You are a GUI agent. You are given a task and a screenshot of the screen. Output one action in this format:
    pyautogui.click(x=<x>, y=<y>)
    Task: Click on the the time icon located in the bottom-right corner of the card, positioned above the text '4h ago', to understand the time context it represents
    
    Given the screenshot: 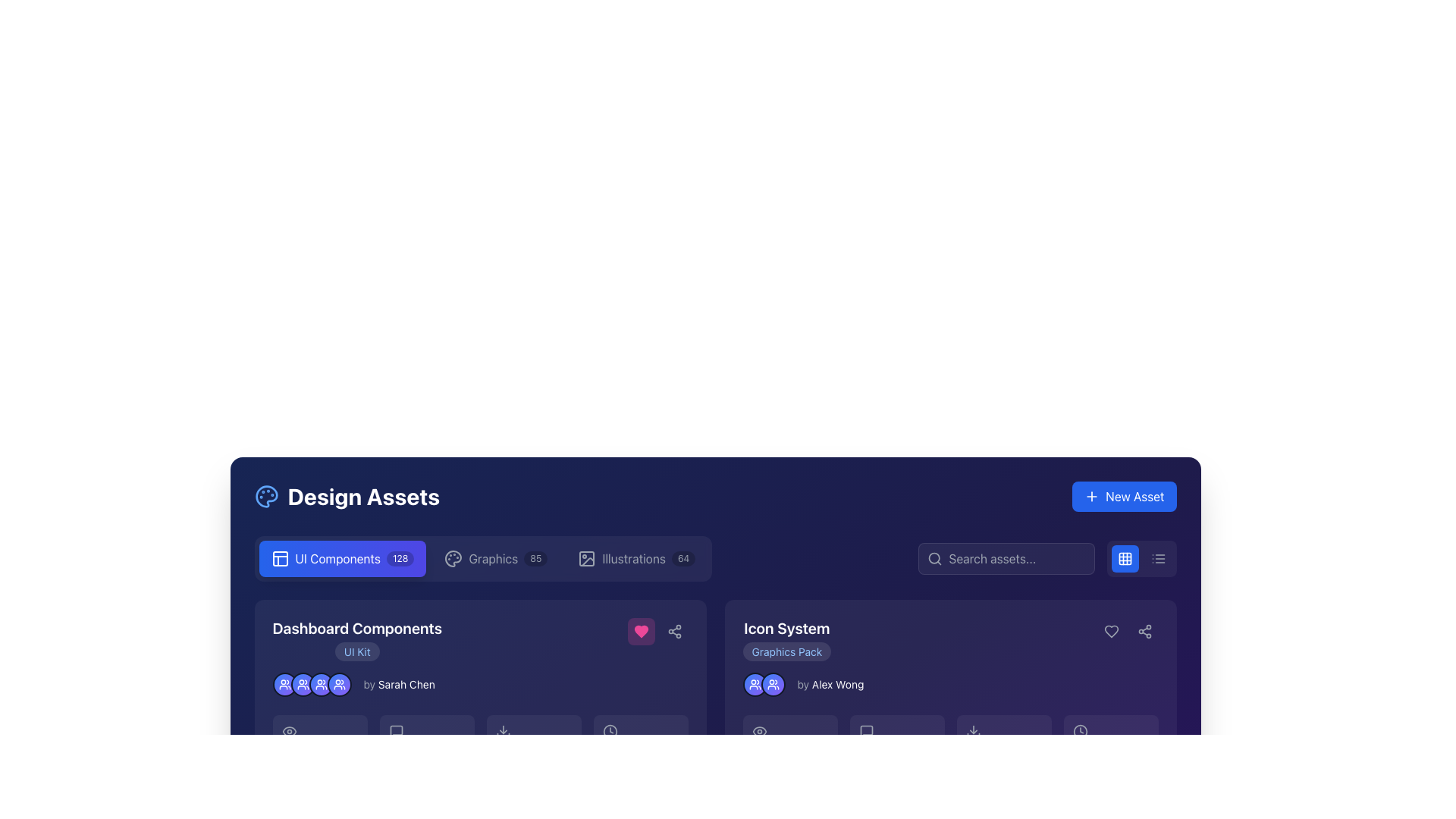 What is the action you would take?
    pyautogui.click(x=1079, y=730)
    